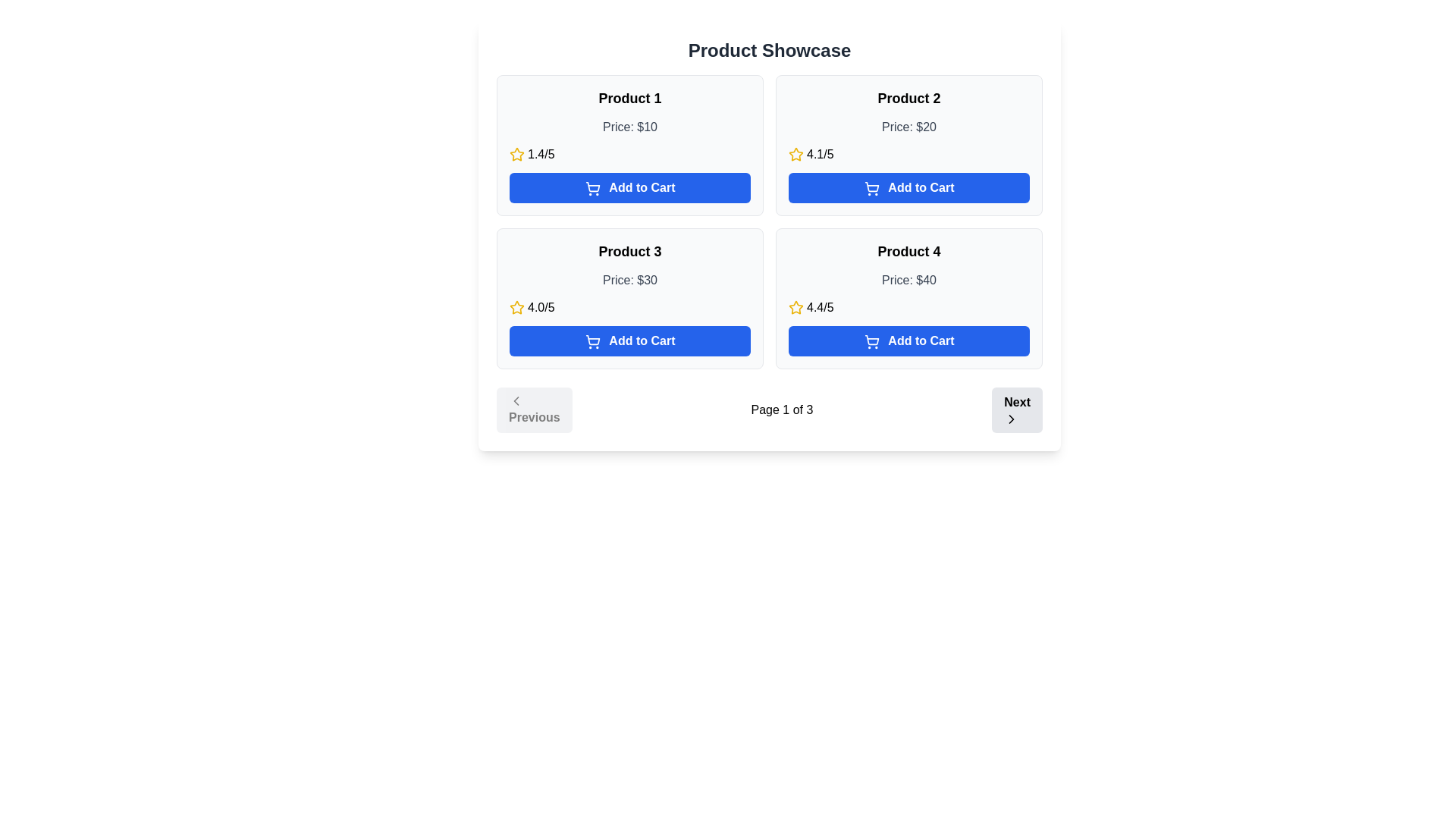 The width and height of the screenshot is (1456, 819). Describe the element at coordinates (819, 307) in the screenshot. I see `the rating text displaying '4.4 out of 5' located in the bottom-right corner of the 'Product 4' box, adjacent to the yellow star icon` at that location.